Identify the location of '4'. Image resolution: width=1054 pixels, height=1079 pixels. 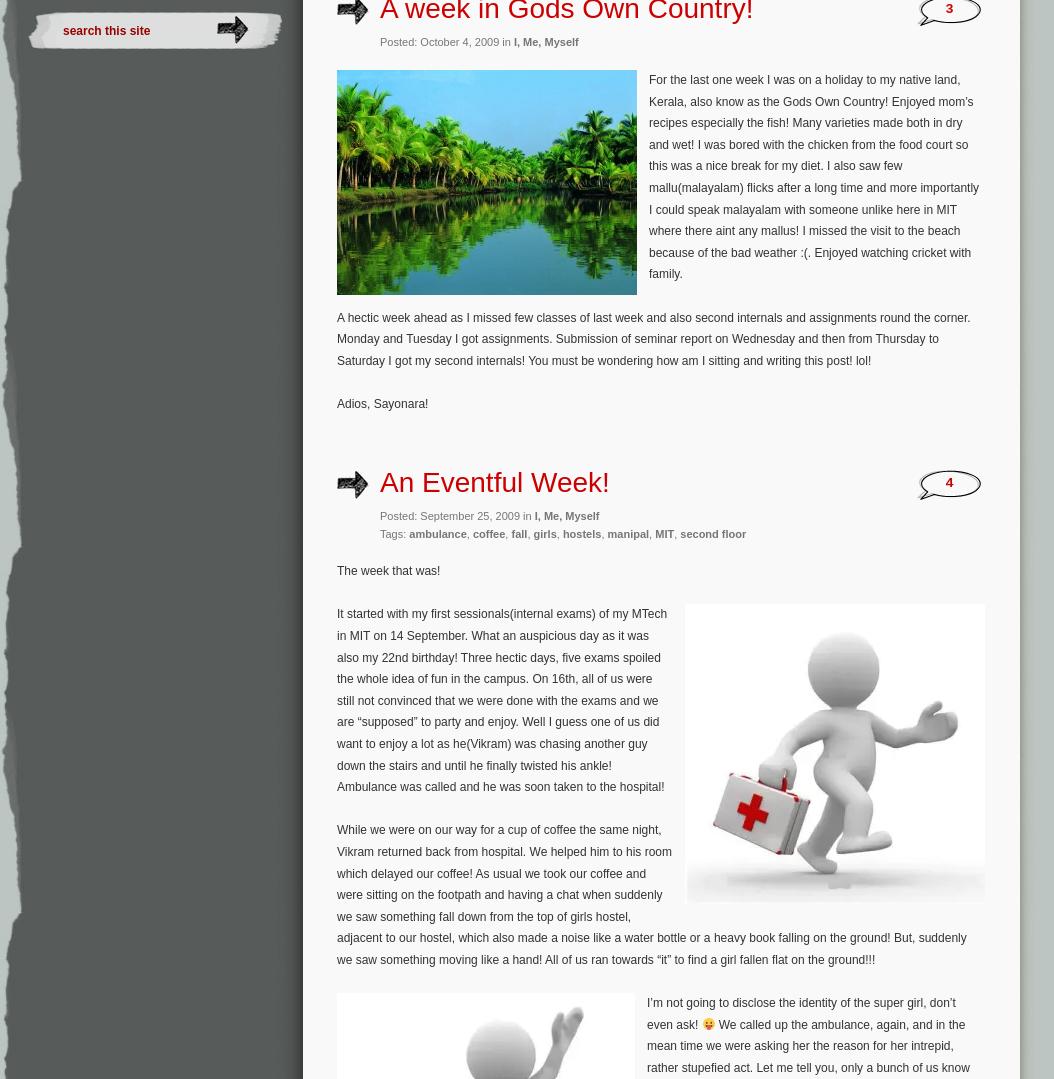
(949, 481).